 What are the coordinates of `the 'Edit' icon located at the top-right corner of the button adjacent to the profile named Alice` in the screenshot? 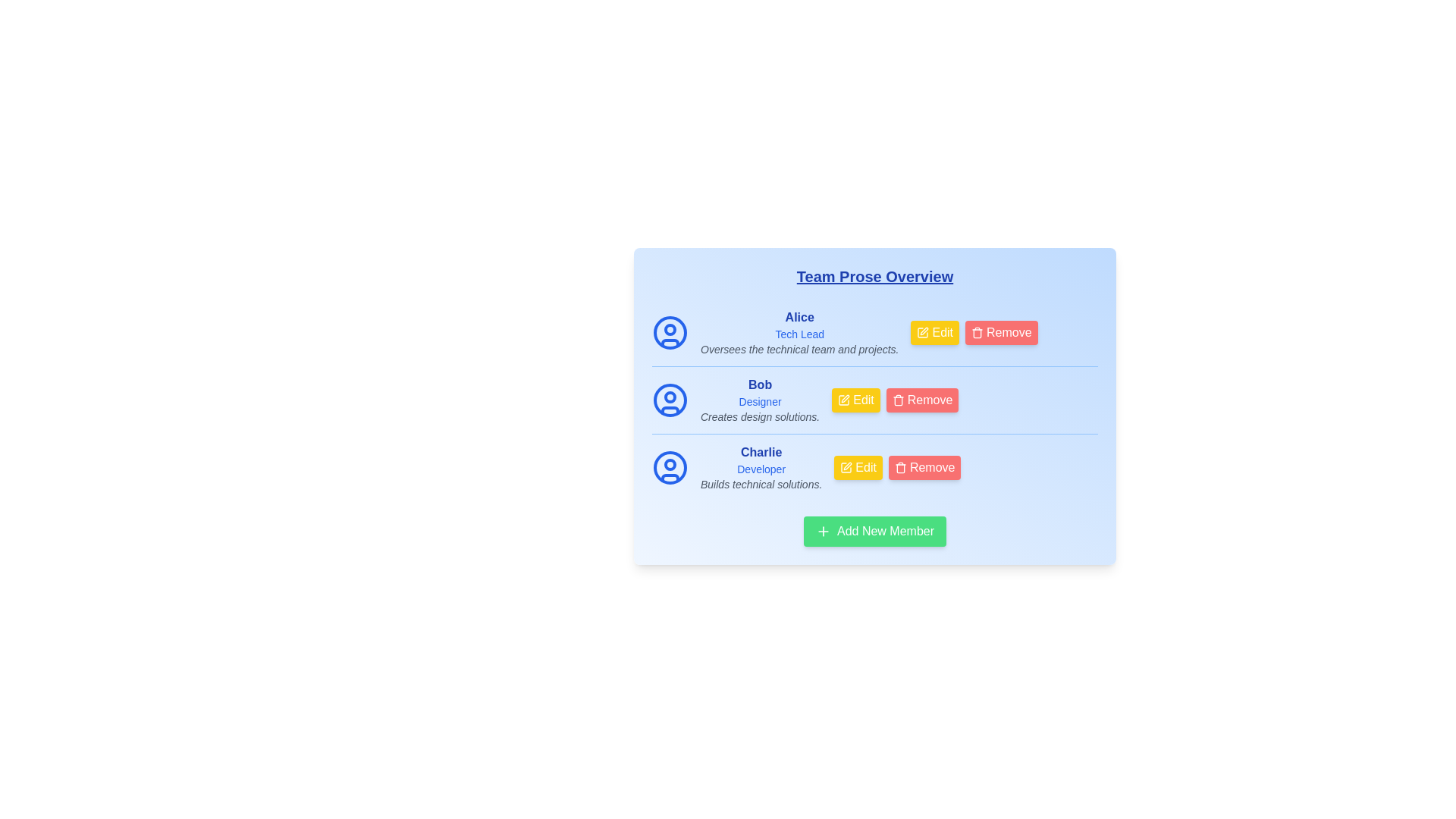 It's located at (922, 332).